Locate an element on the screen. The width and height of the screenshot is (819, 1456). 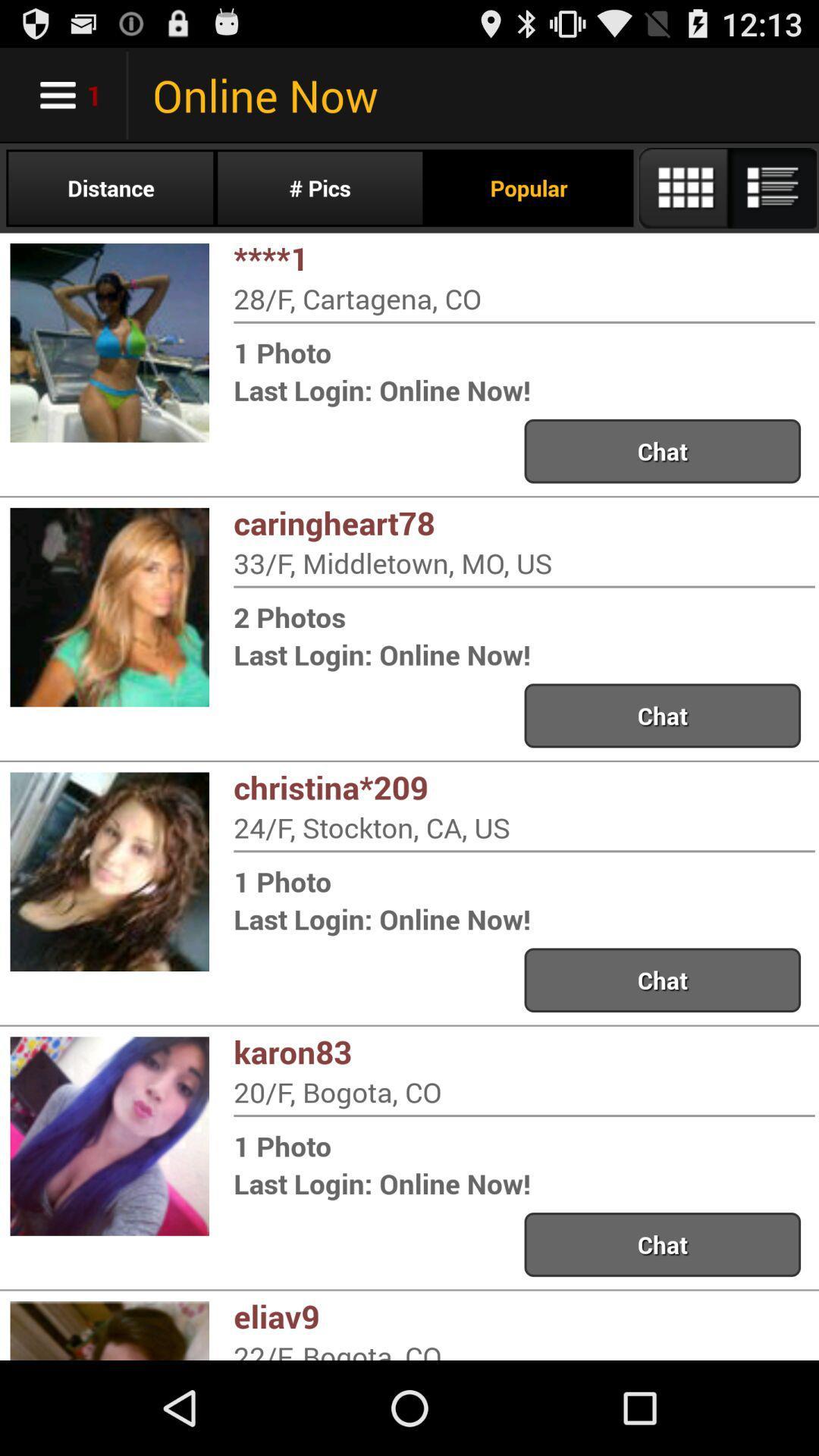
profiles in different structures is located at coordinates (726, 187).